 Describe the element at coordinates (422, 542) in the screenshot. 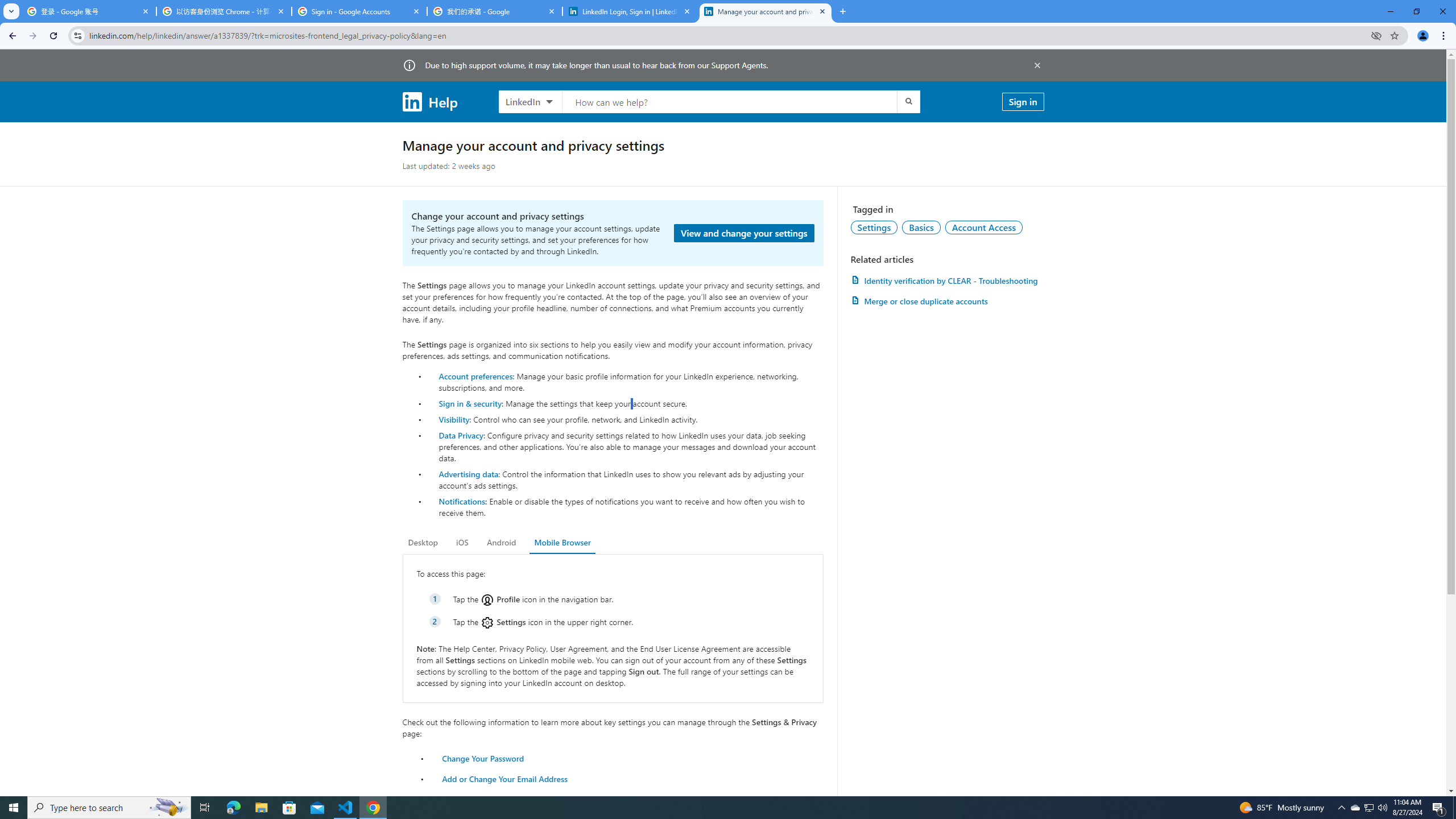

I see `'Desktop'` at that location.